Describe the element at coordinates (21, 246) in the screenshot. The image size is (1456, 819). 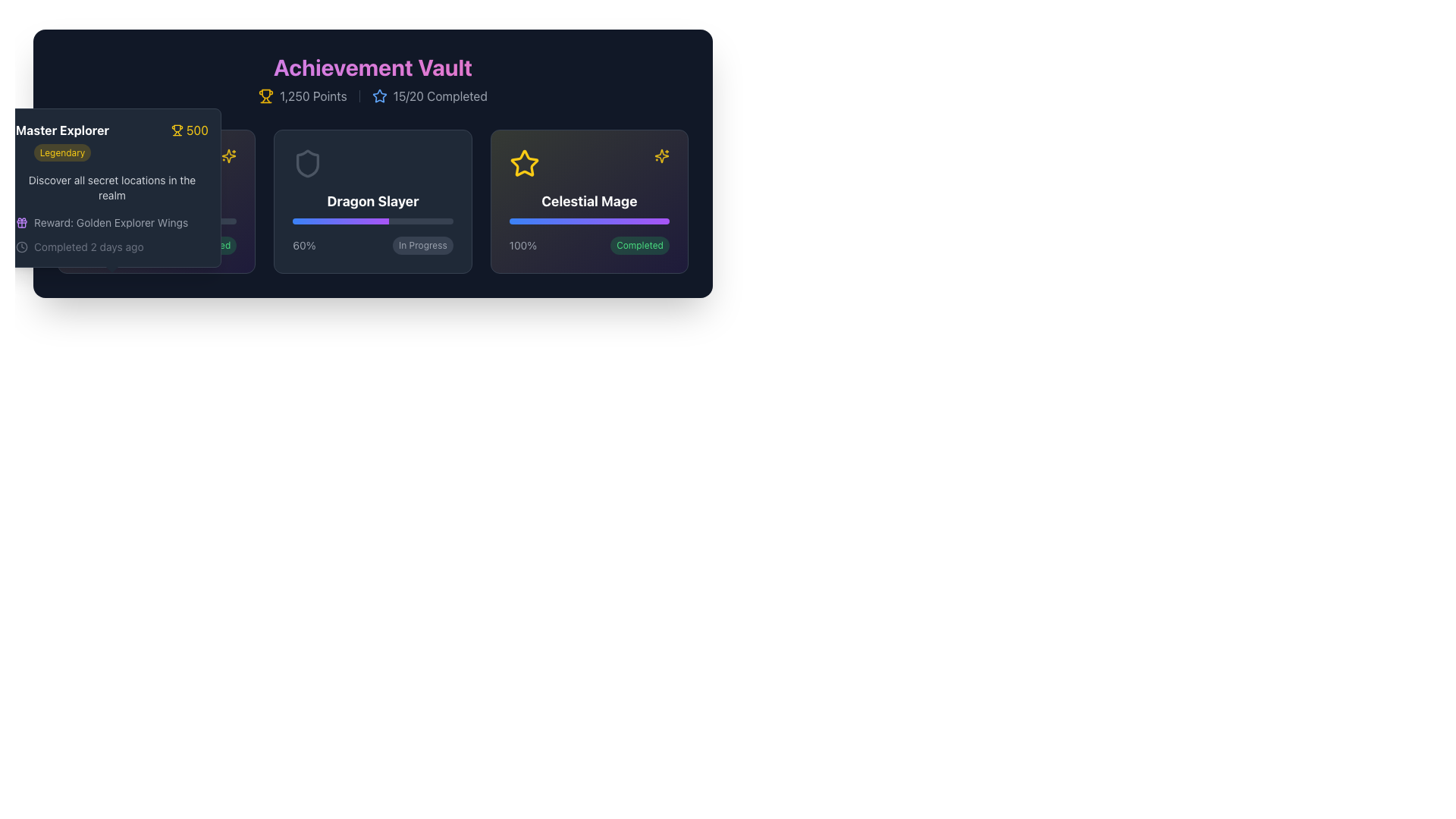
I see `the clock icon that represents time or completion, located to the left of the text 'Completed 2 days ago'` at that location.